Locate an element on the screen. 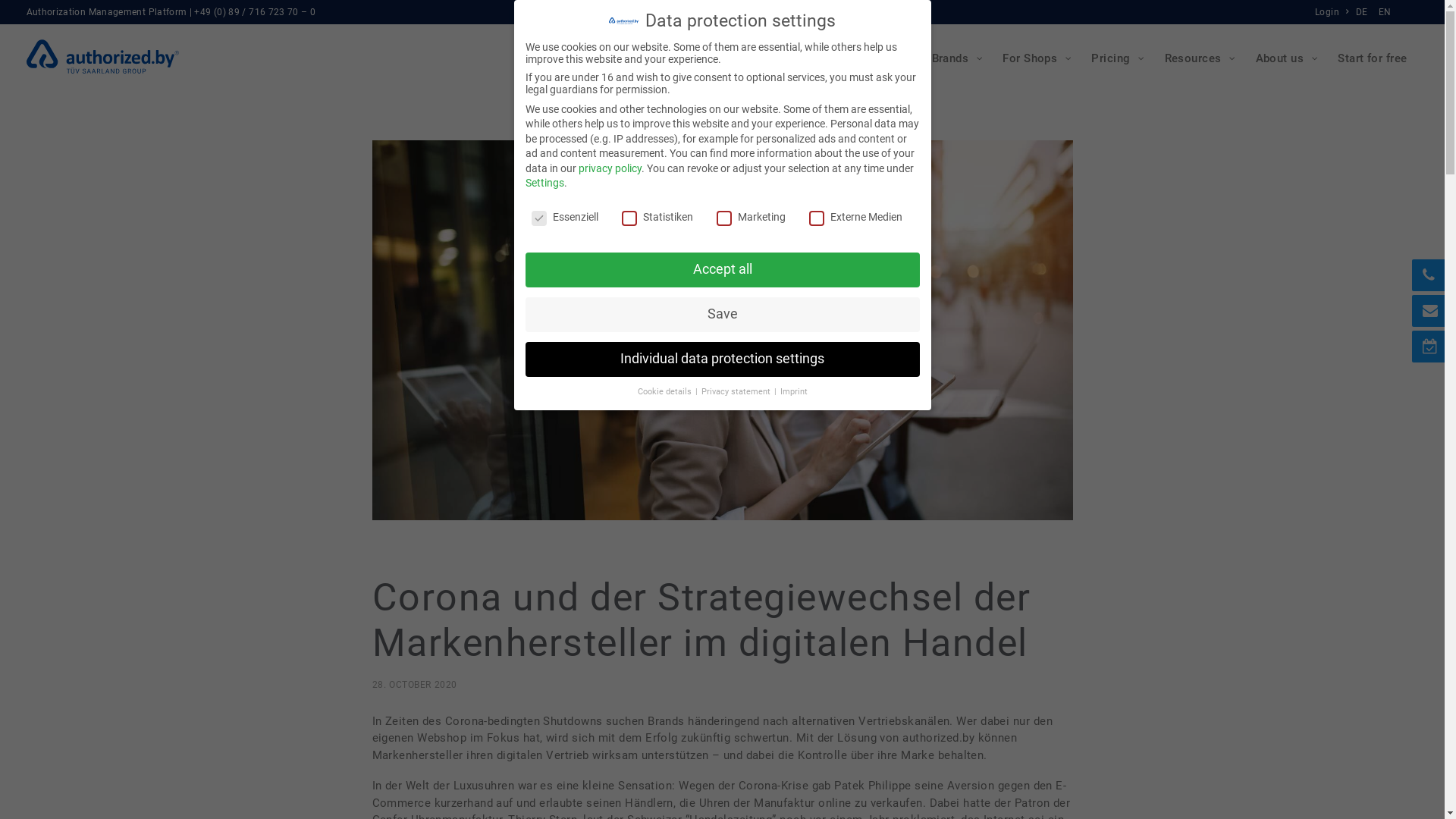  'Login' is located at coordinates (1332, 11).